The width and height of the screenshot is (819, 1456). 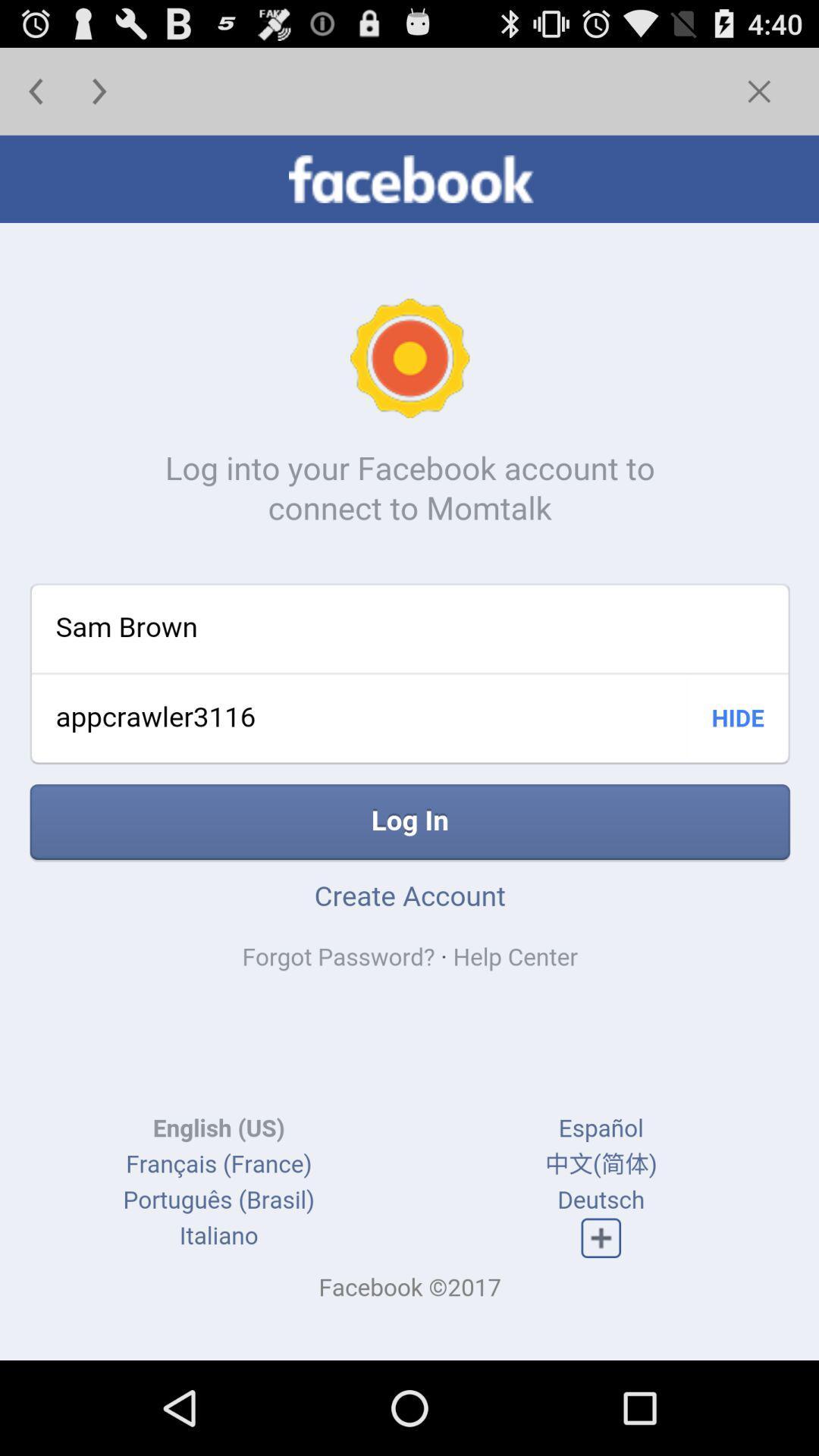 What do you see at coordinates (759, 97) in the screenshot?
I see `the close icon` at bounding box center [759, 97].